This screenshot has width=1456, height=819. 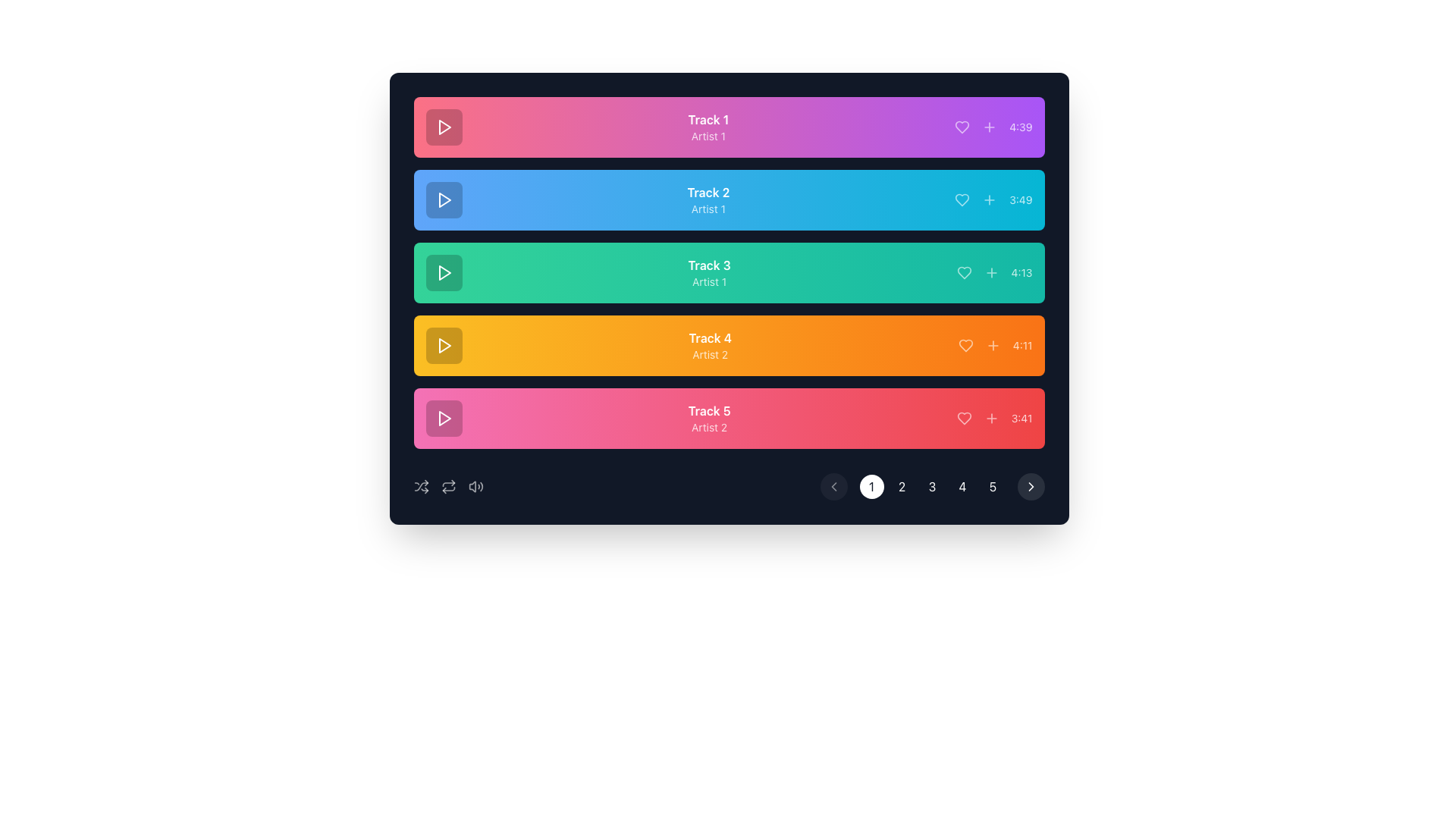 I want to click on the circular button displaying the numeral '5' in the bottom right of the music player interface, so click(x=993, y=486).